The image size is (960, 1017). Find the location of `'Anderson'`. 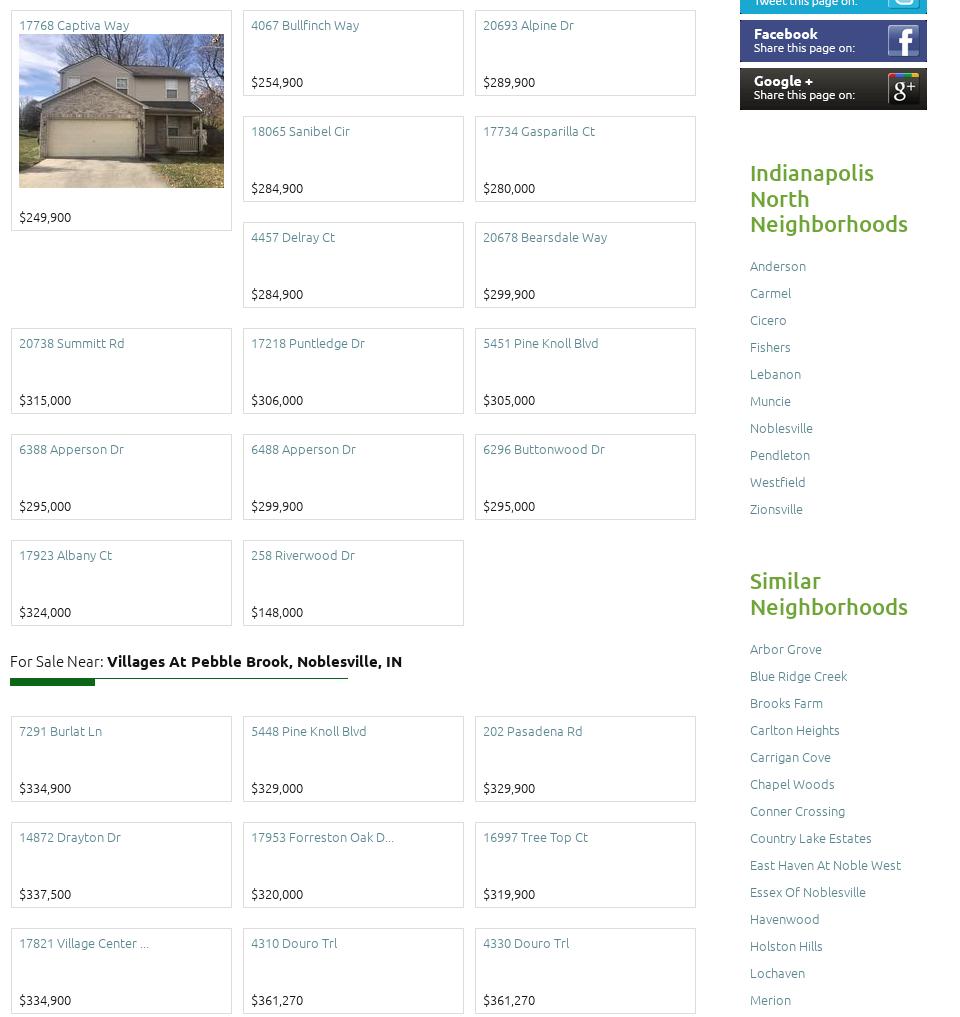

'Anderson' is located at coordinates (776, 264).